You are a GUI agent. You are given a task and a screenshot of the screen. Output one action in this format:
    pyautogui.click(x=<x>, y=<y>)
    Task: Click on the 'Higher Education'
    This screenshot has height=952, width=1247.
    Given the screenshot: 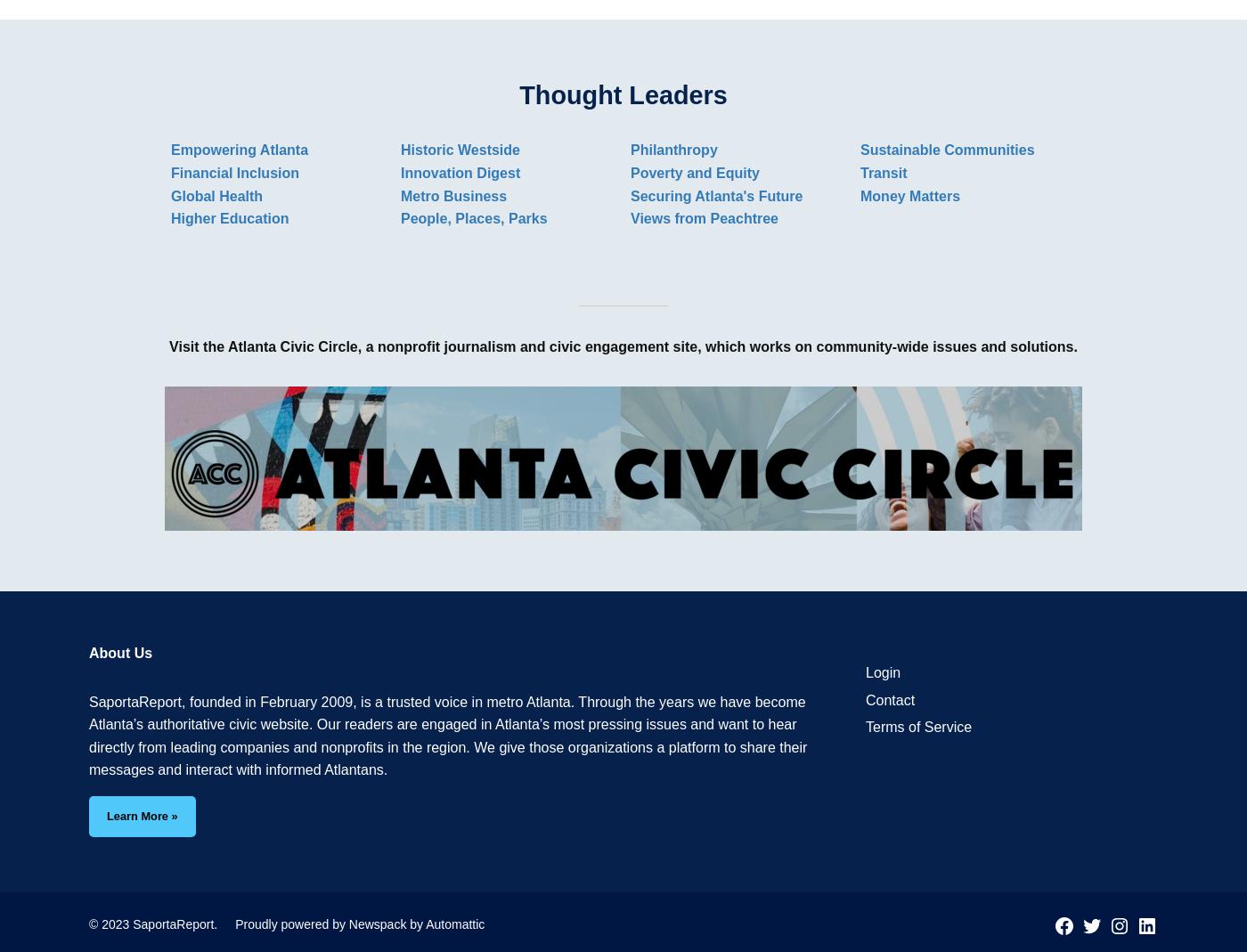 What is the action you would take?
    pyautogui.click(x=230, y=217)
    